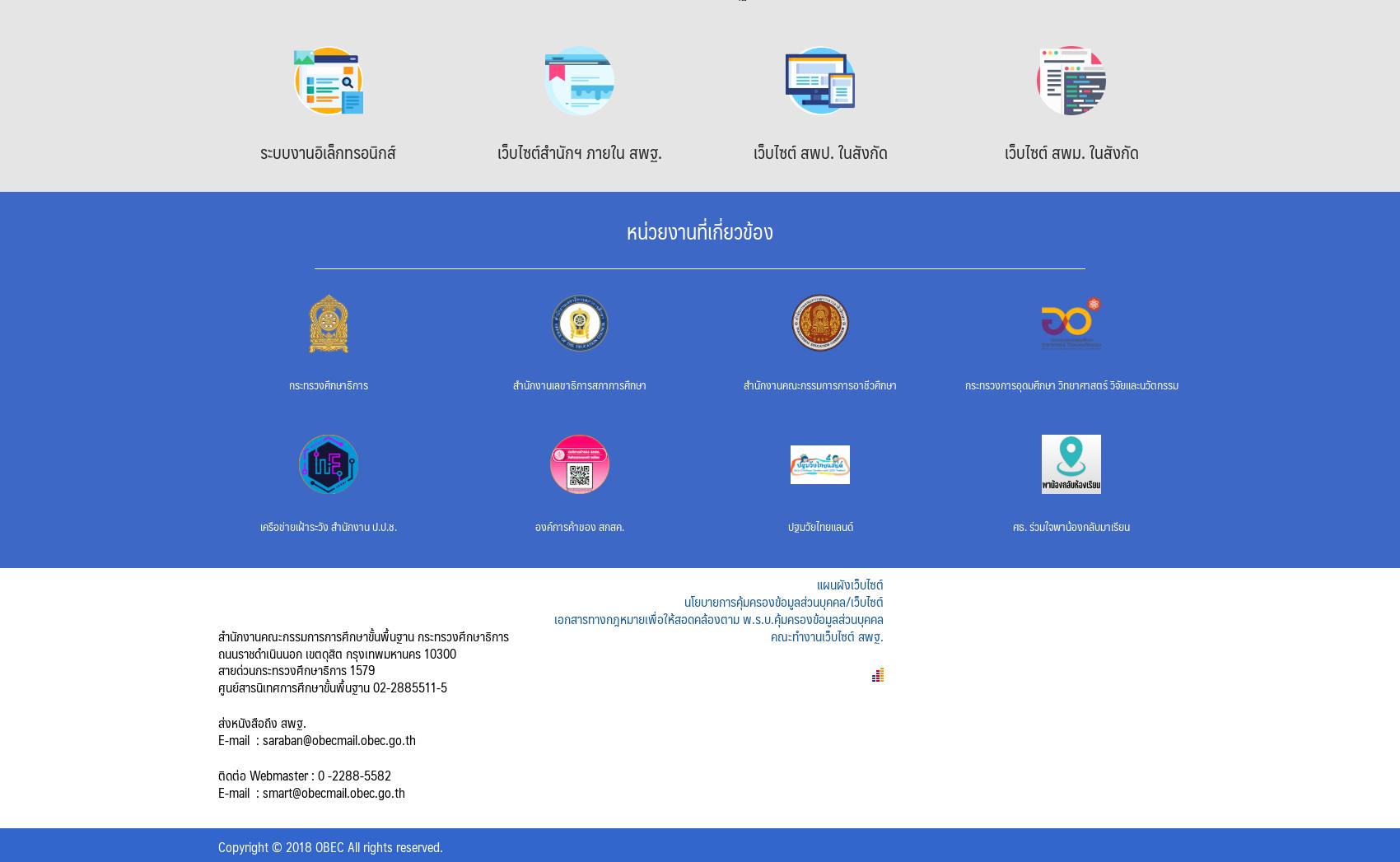  What do you see at coordinates (329, 846) in the screenshot?
I see `'Copyright © 2018 OBEC All rights reserved.'` at bounding box center [329, 846].